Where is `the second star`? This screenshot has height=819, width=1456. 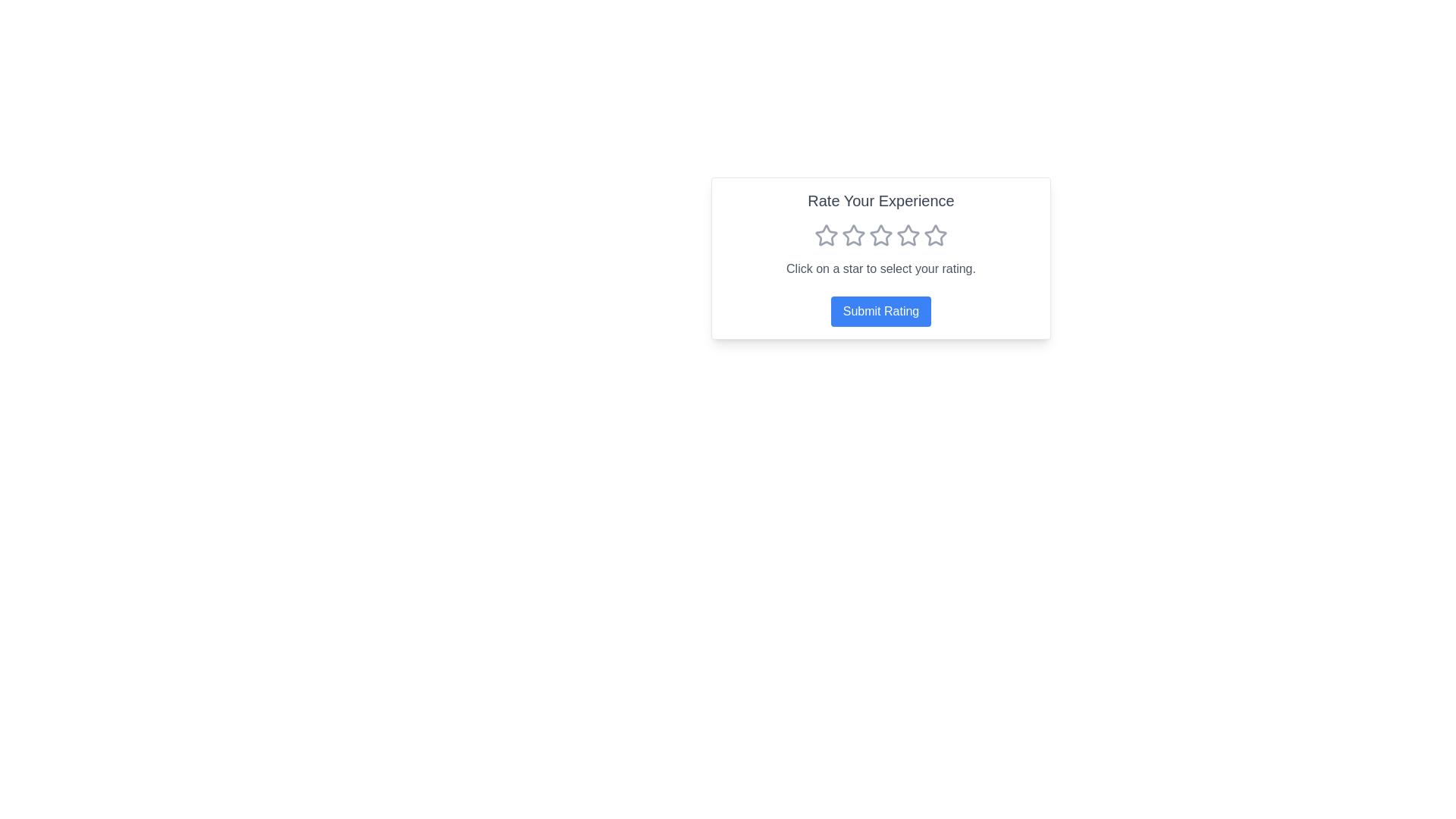
the second star is located at coordinates (880, 236).